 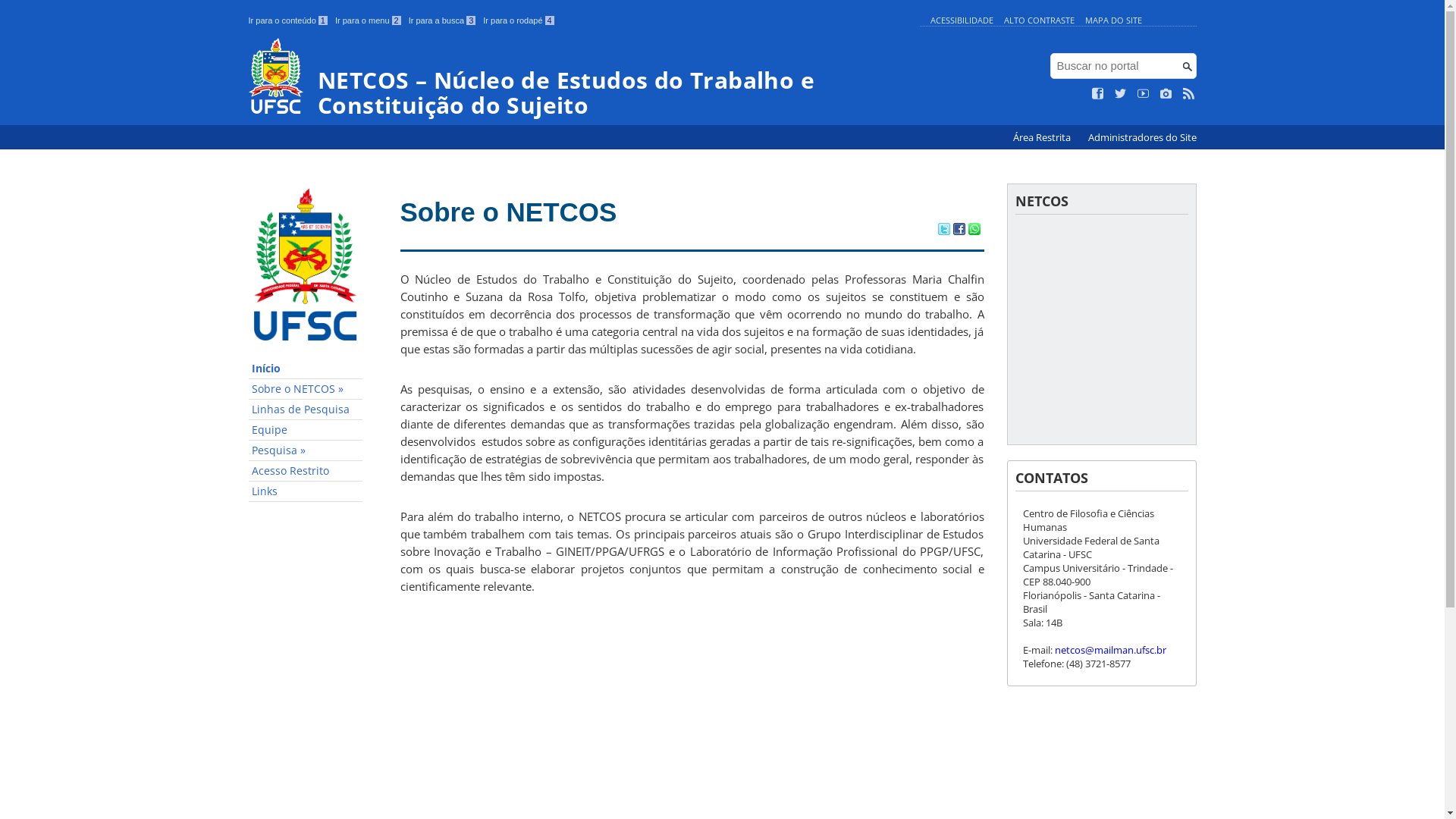 I want to click on 'Compartilhar no WhatsApp', so click(x=967, y=231).